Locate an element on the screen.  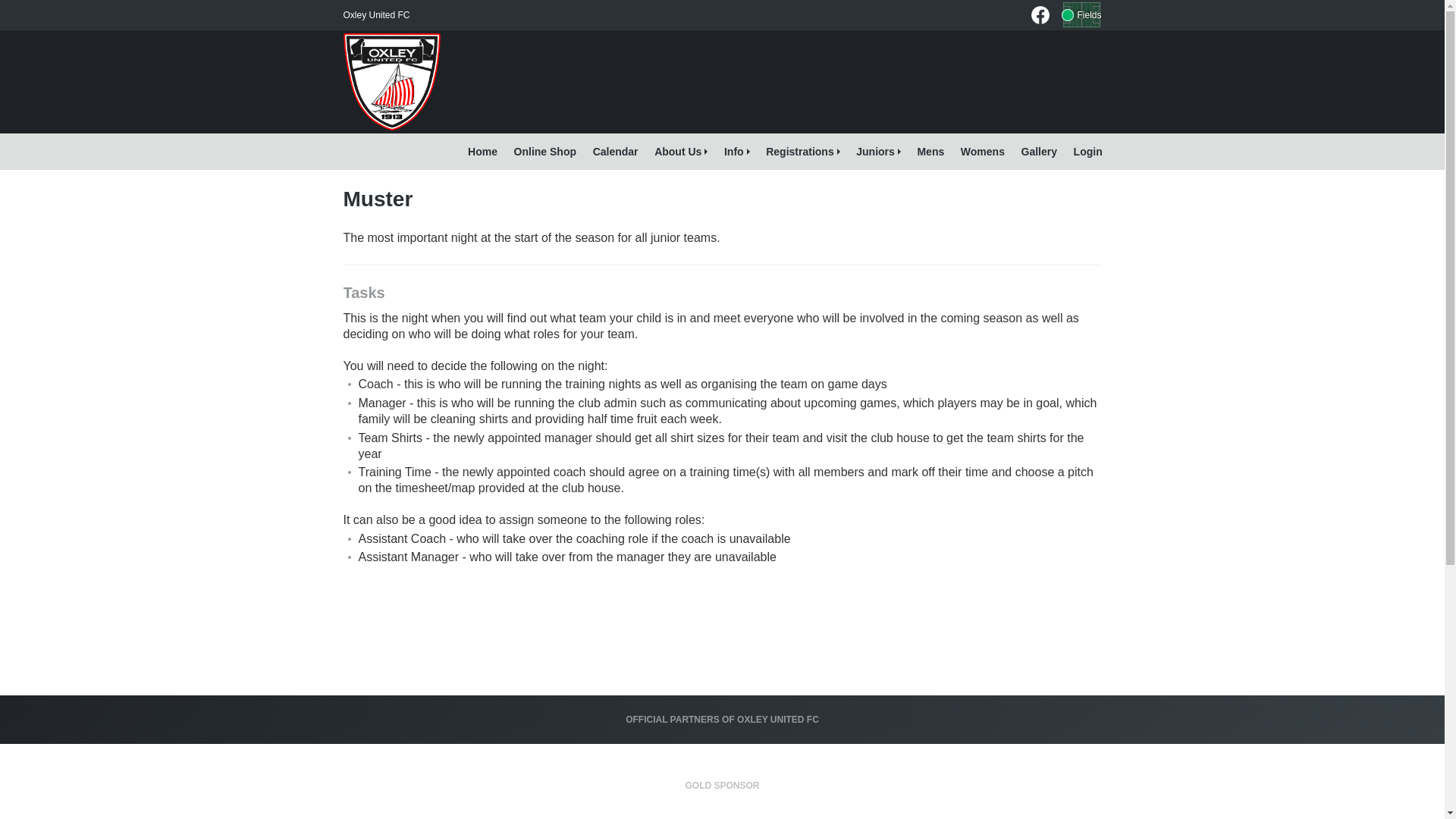
'About Us' is located at coordinates (679, 152).